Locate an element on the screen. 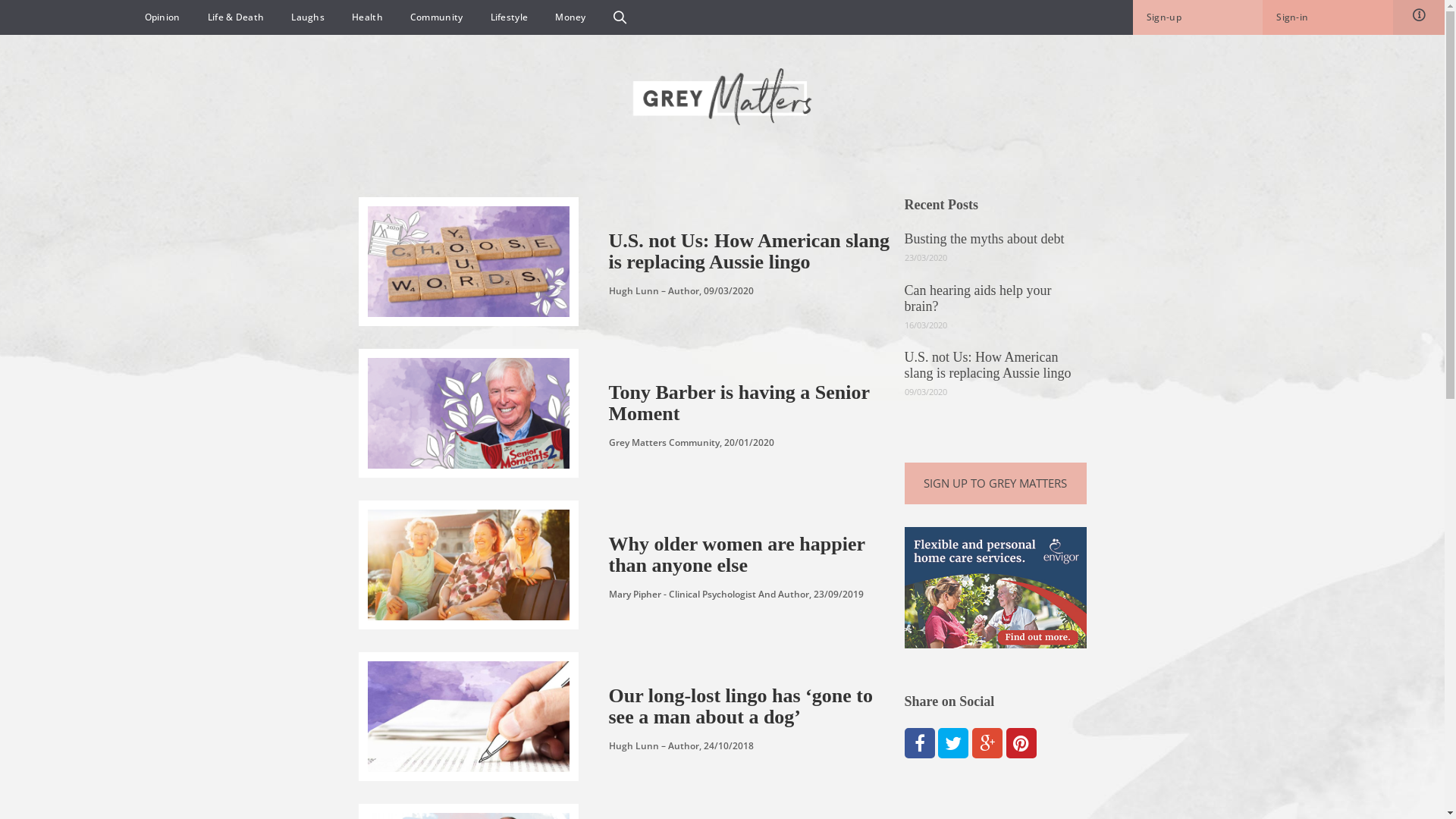  'Sign-up' is located at coordinates (1203, 17).